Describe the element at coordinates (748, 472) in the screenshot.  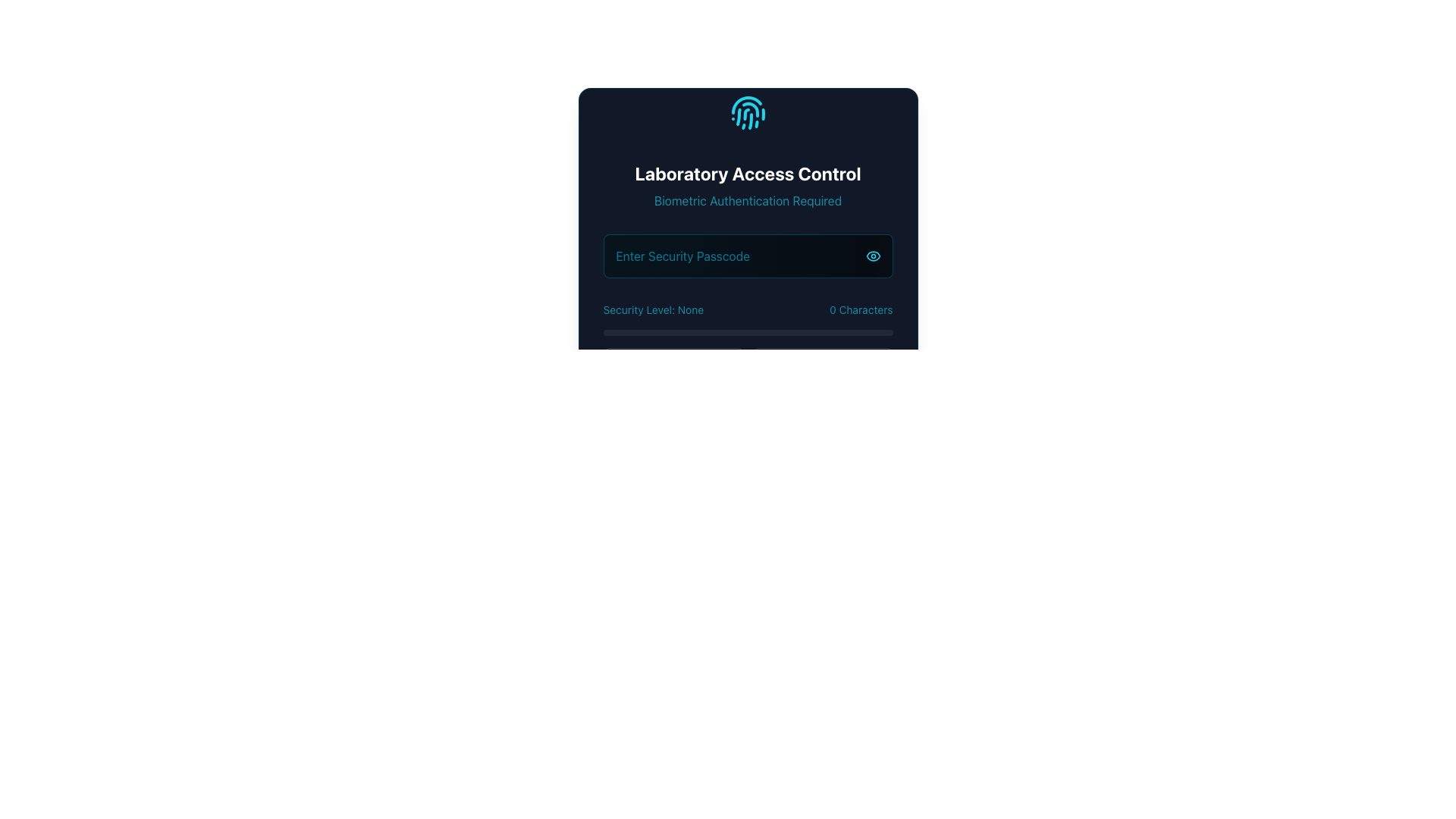
I see `the horizontal progress bar located centrally at the bottom of the 'Laboratory Access Control' card, which has a gray background and a colored segment indicating progress` at that location.